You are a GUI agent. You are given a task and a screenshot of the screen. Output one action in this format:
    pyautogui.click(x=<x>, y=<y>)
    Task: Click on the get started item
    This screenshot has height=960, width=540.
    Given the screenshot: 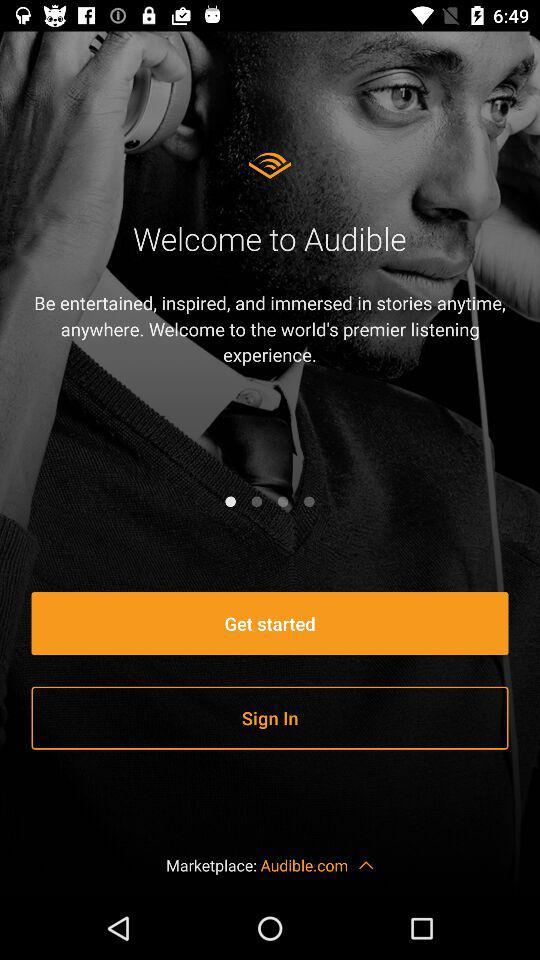 What is the action you would take?
    pyautogui.click(x=270, y=622)
    